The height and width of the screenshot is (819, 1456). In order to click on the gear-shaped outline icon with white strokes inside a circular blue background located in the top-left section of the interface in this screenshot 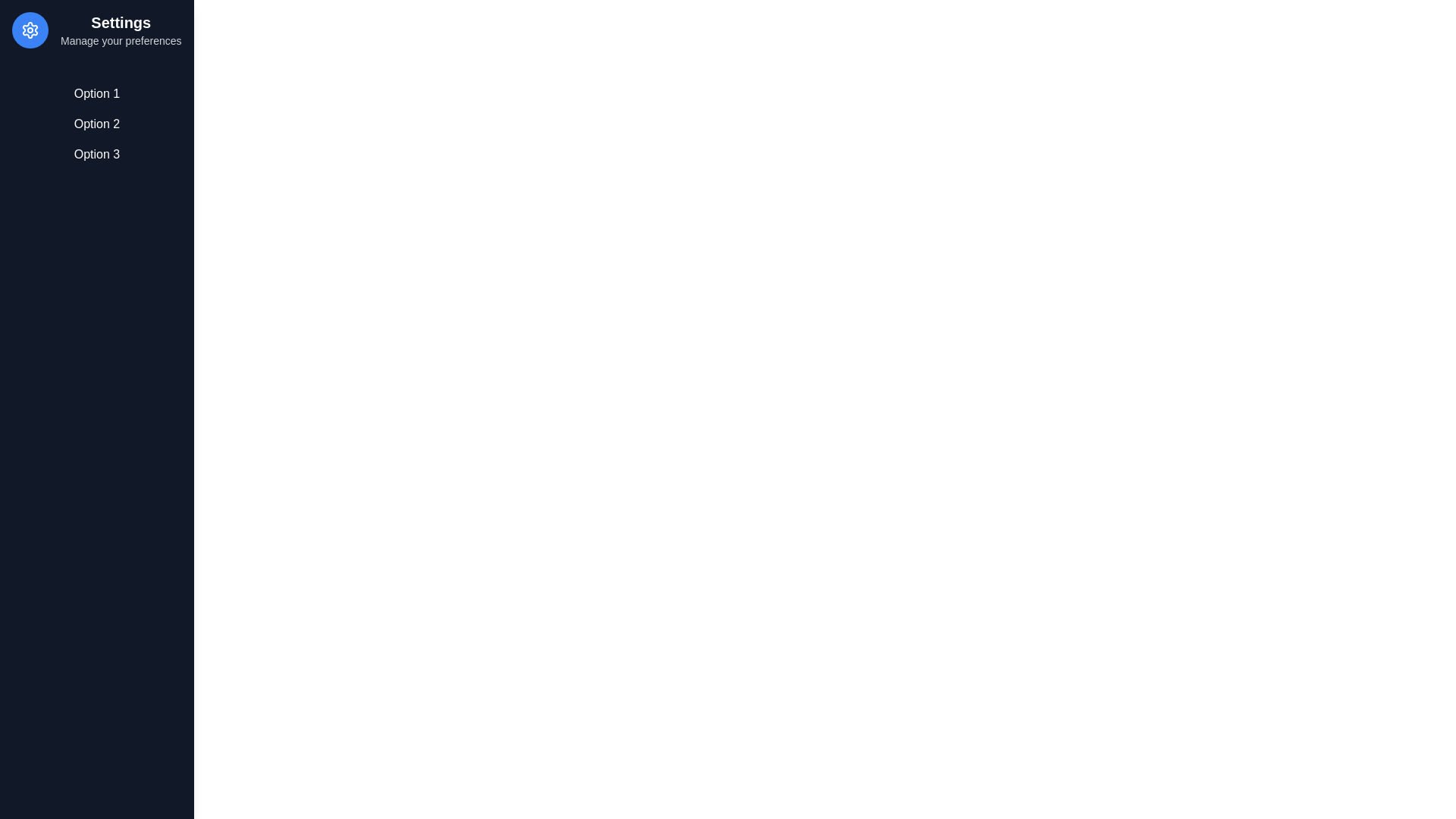, I will do `click(30, 30)`.